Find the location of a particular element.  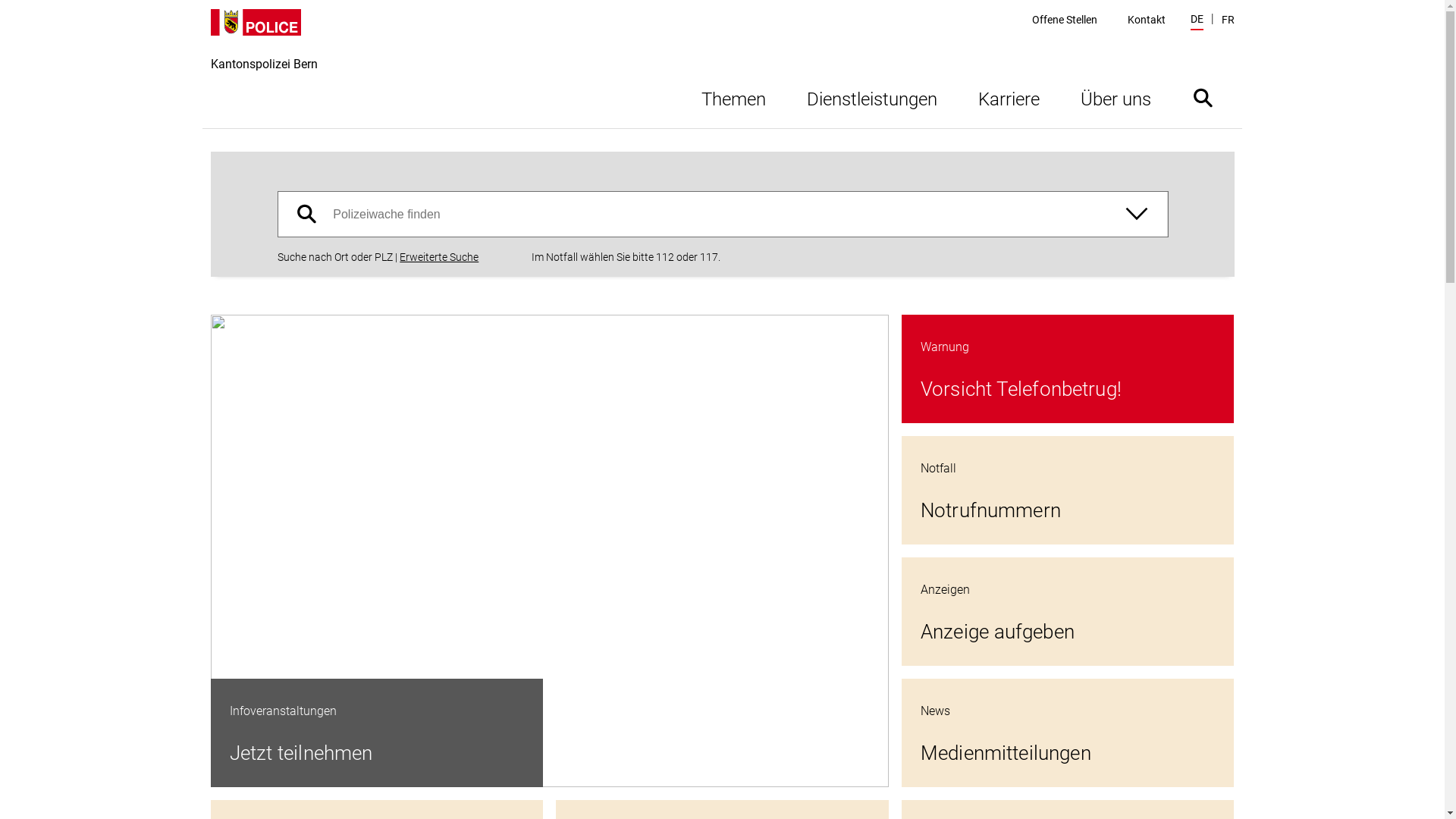

'Offene Stellen' is located at coordinates (1063, 20).